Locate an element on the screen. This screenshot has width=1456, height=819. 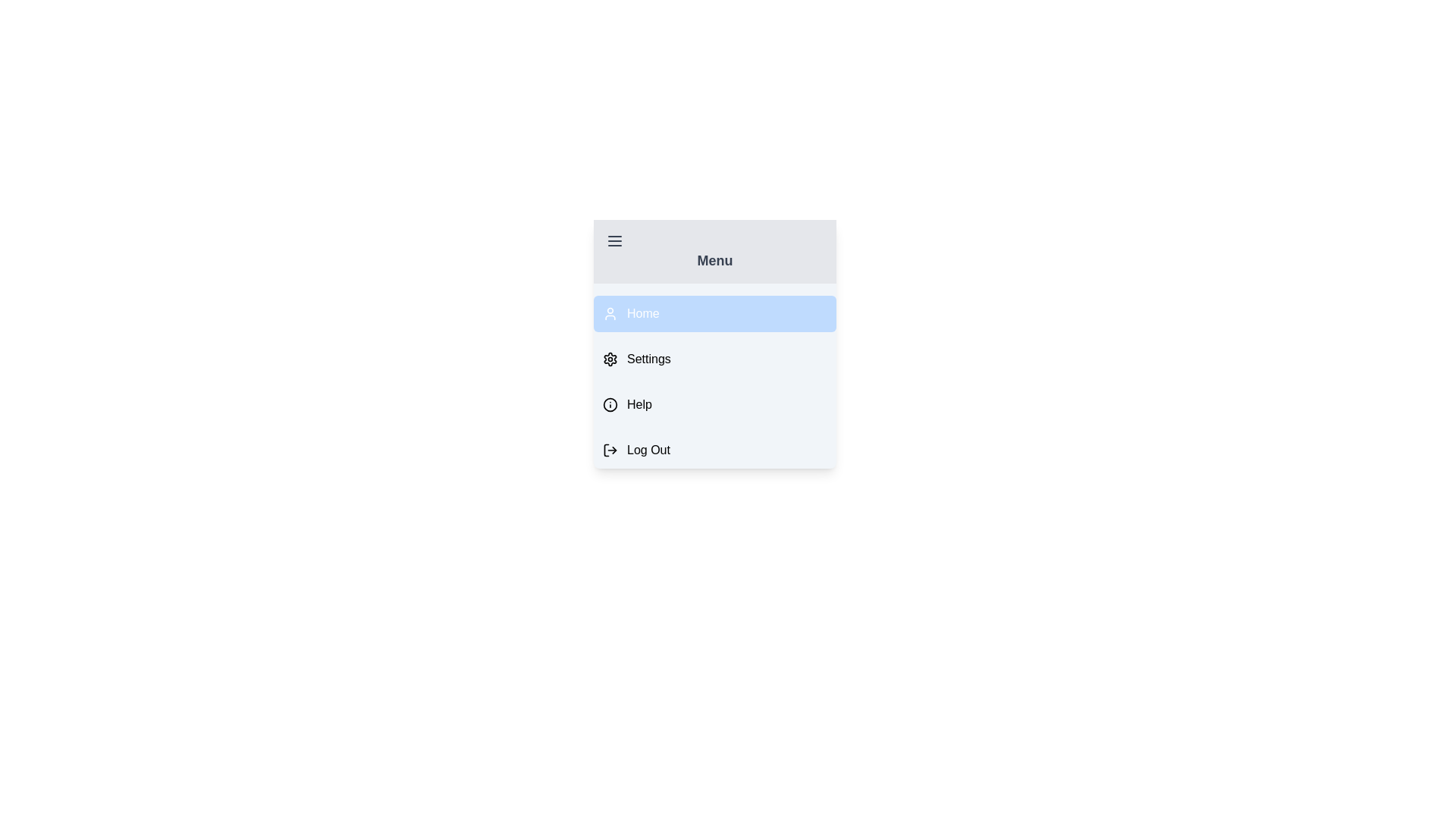
the menu item labeled Log Out is located at coordinates (714, 450).